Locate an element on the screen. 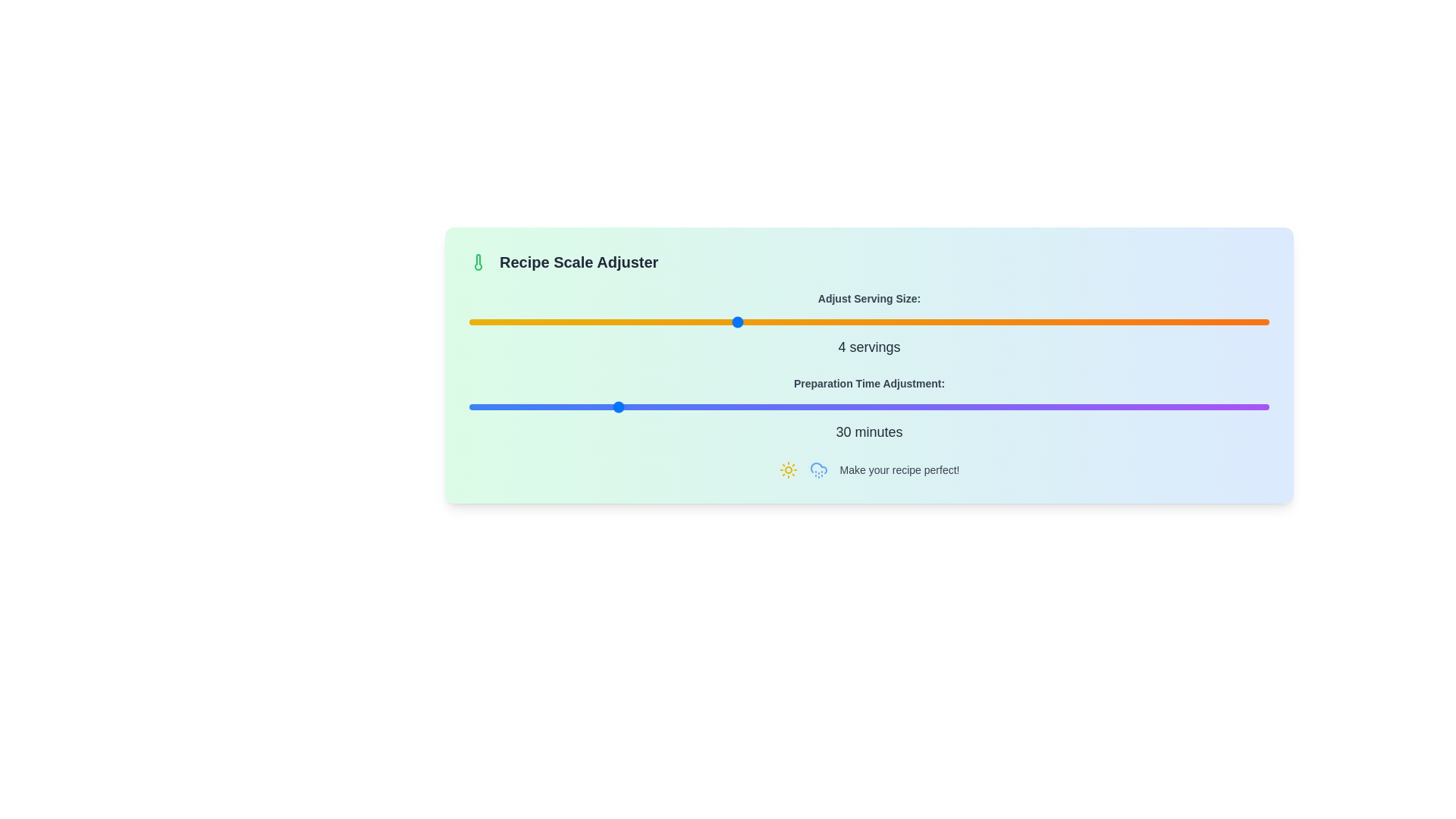  the preparation time is located at coordinates (1196, 406).